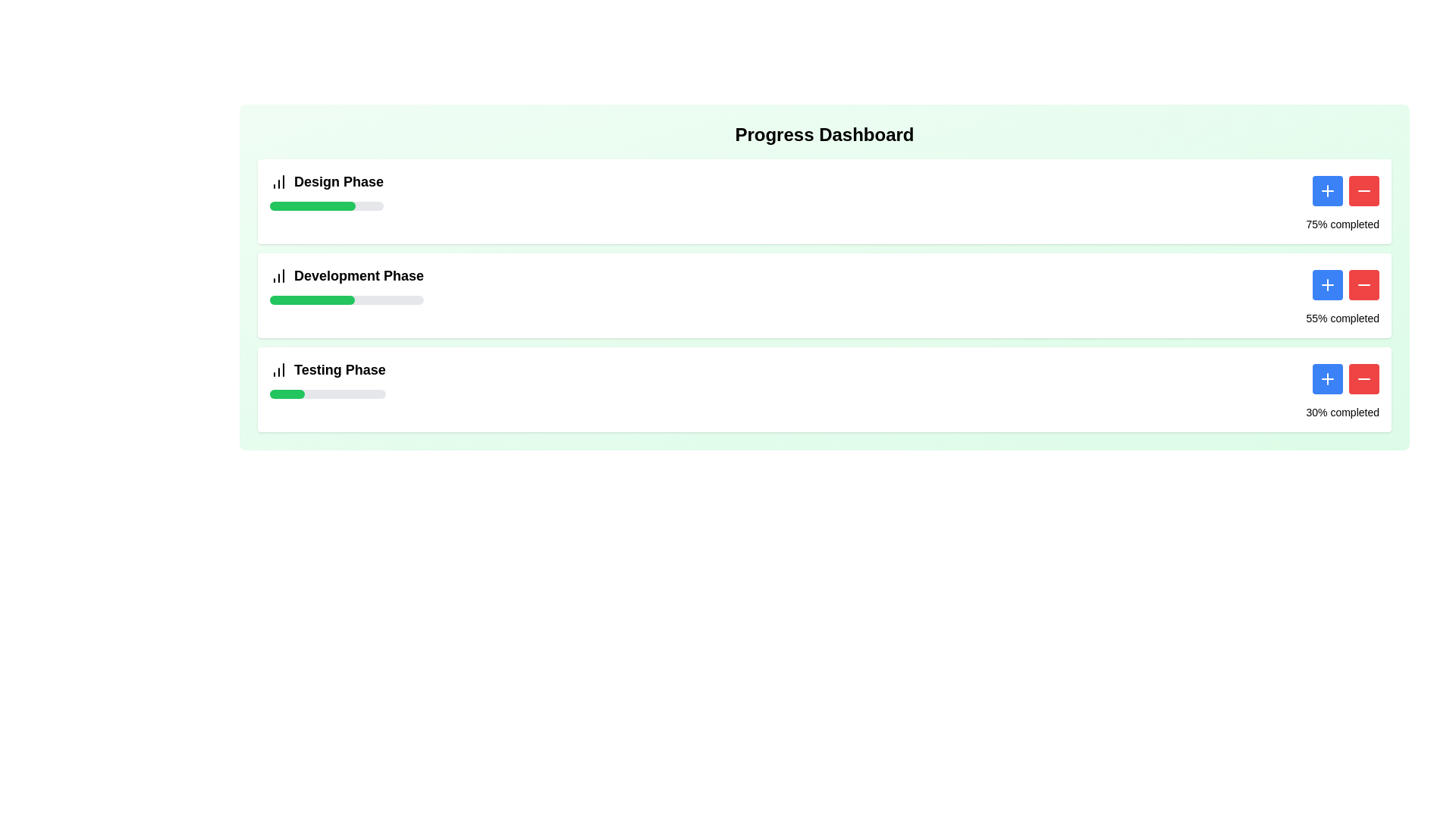 Image resolution: width=1456 pixels, height=819 pixels. I want to click on the button in the 'Development Phase' section that decreases the quantity or level, located in the second row as the second button on the right after the blue plus icon button, so click(1364, 284).